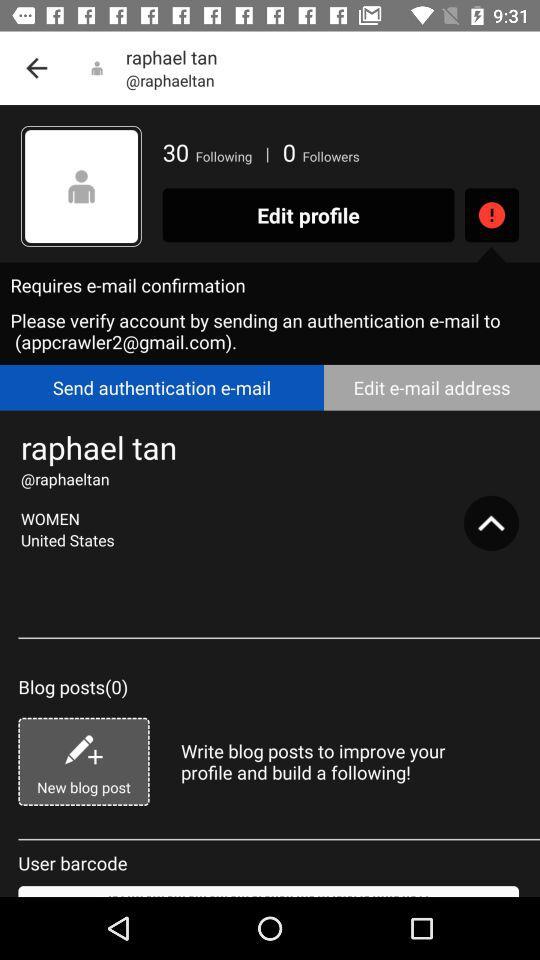  Describe the element at coordinates (490, 522) in the screenshot. I see `the expand_less icon` at that location.